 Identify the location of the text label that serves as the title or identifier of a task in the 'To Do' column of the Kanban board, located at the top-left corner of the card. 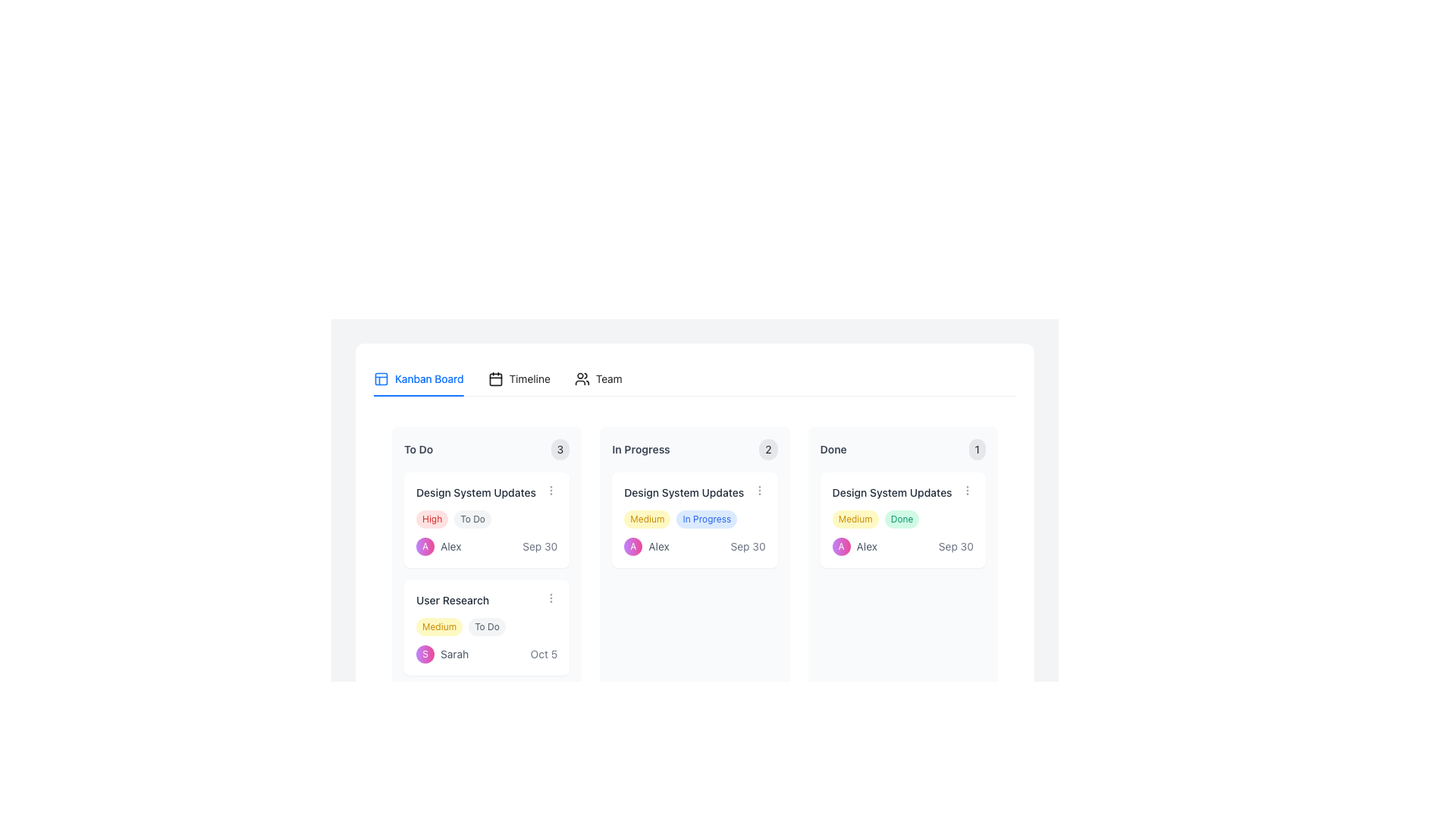
(487, 599).